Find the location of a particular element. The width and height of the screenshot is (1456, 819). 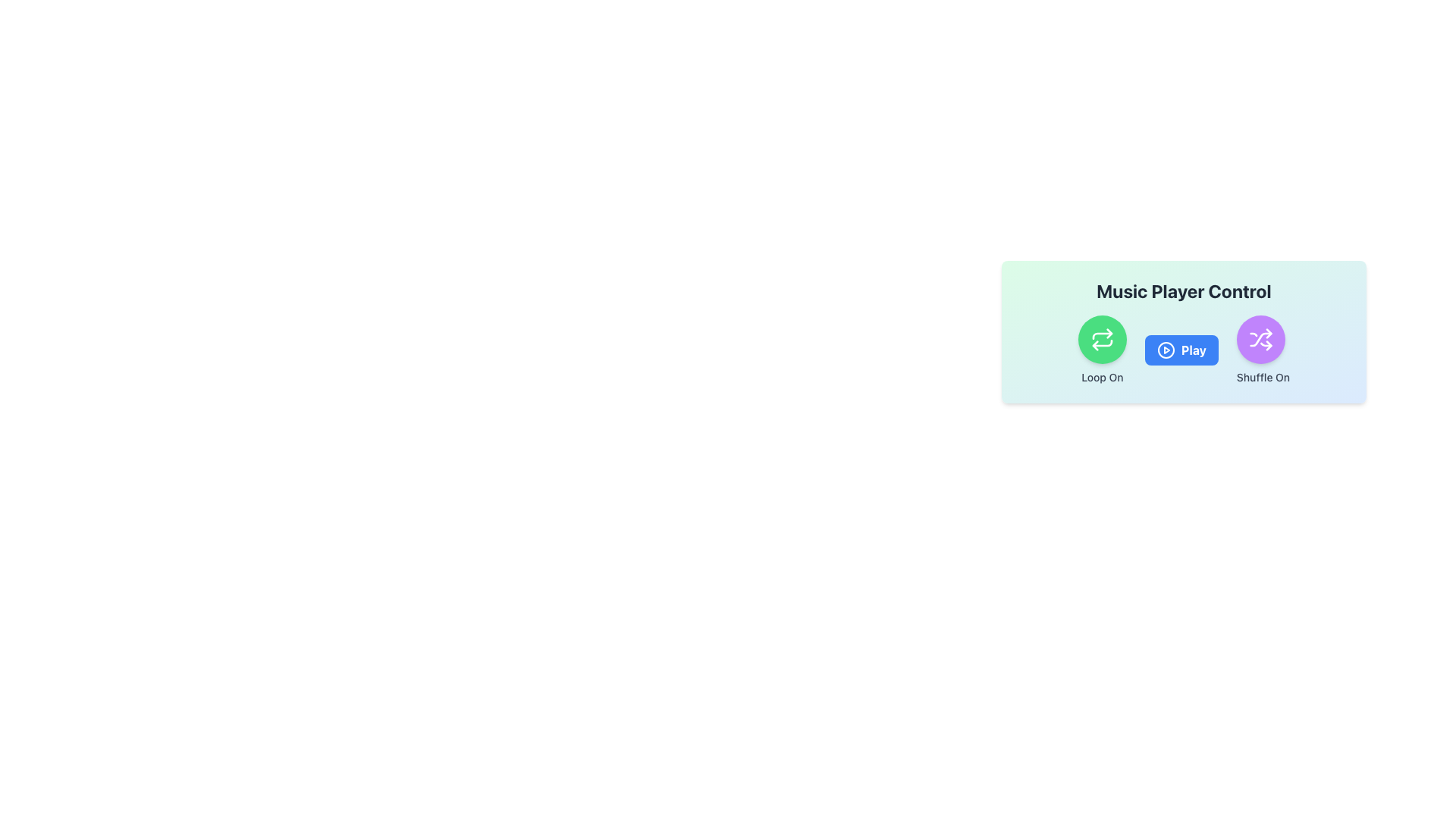

the middle button in the music player control panel is located at coordinates (1181, 350).